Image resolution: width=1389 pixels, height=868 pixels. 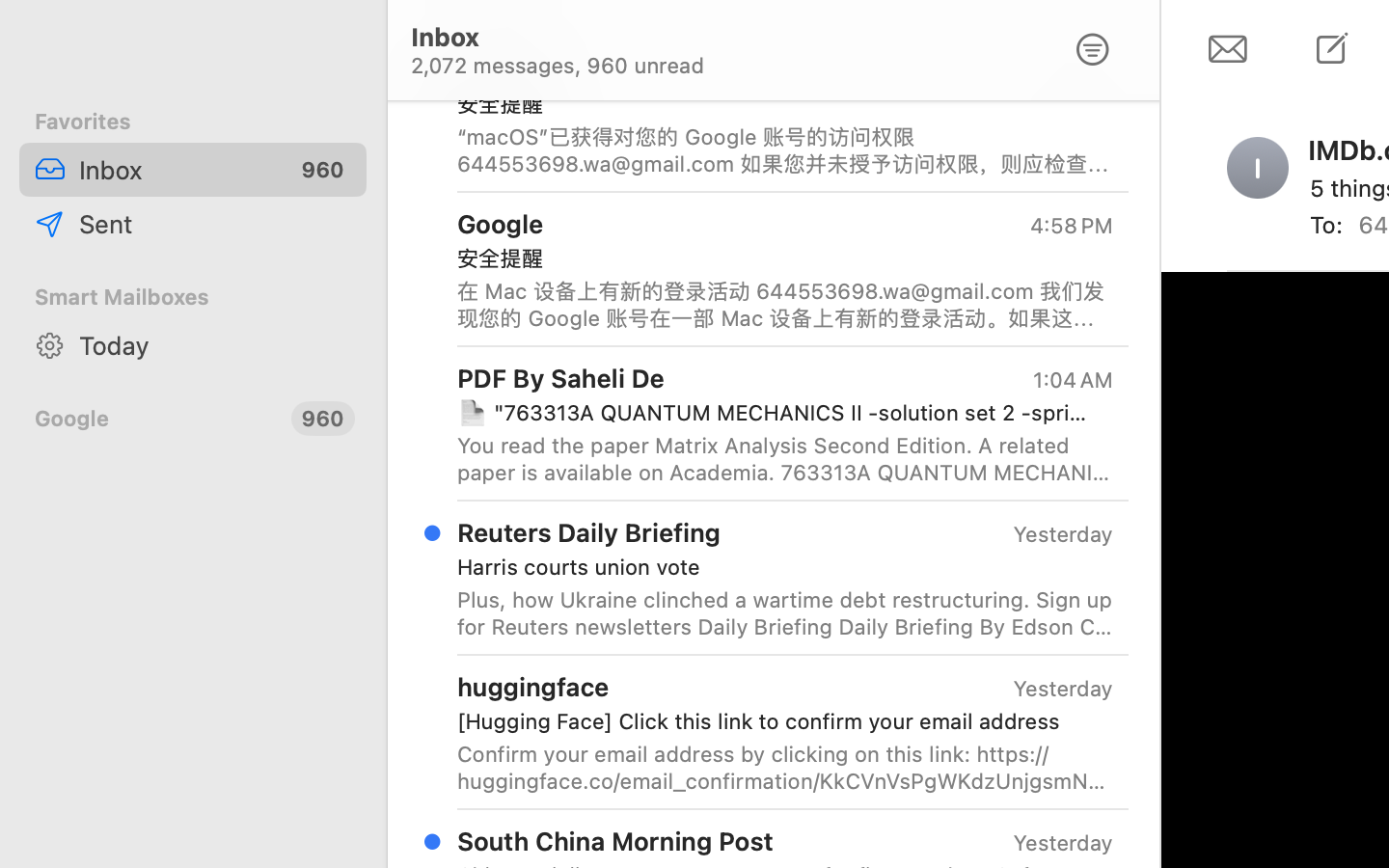 What do you see at coordinates (1070, 380) in the screenshot?
I see `'1:04 AM'` at bounding box center [1070, 380].